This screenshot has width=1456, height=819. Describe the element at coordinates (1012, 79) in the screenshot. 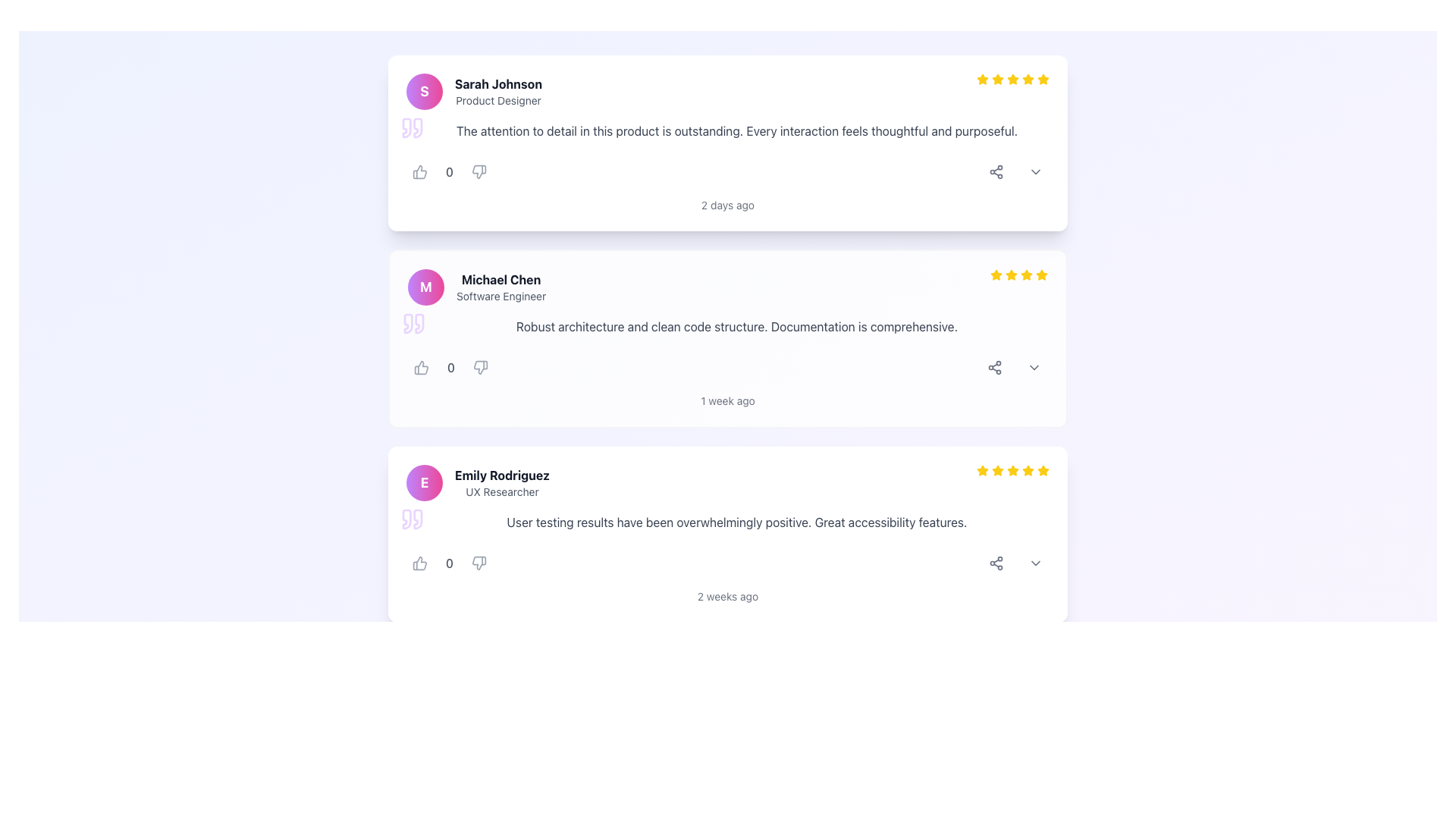

I see `the visual appearance of the fully filled star rating icon, which is the fifth star in a horizontal row of five stars located to the top right of Sarah Johnson's comment box` at that location.